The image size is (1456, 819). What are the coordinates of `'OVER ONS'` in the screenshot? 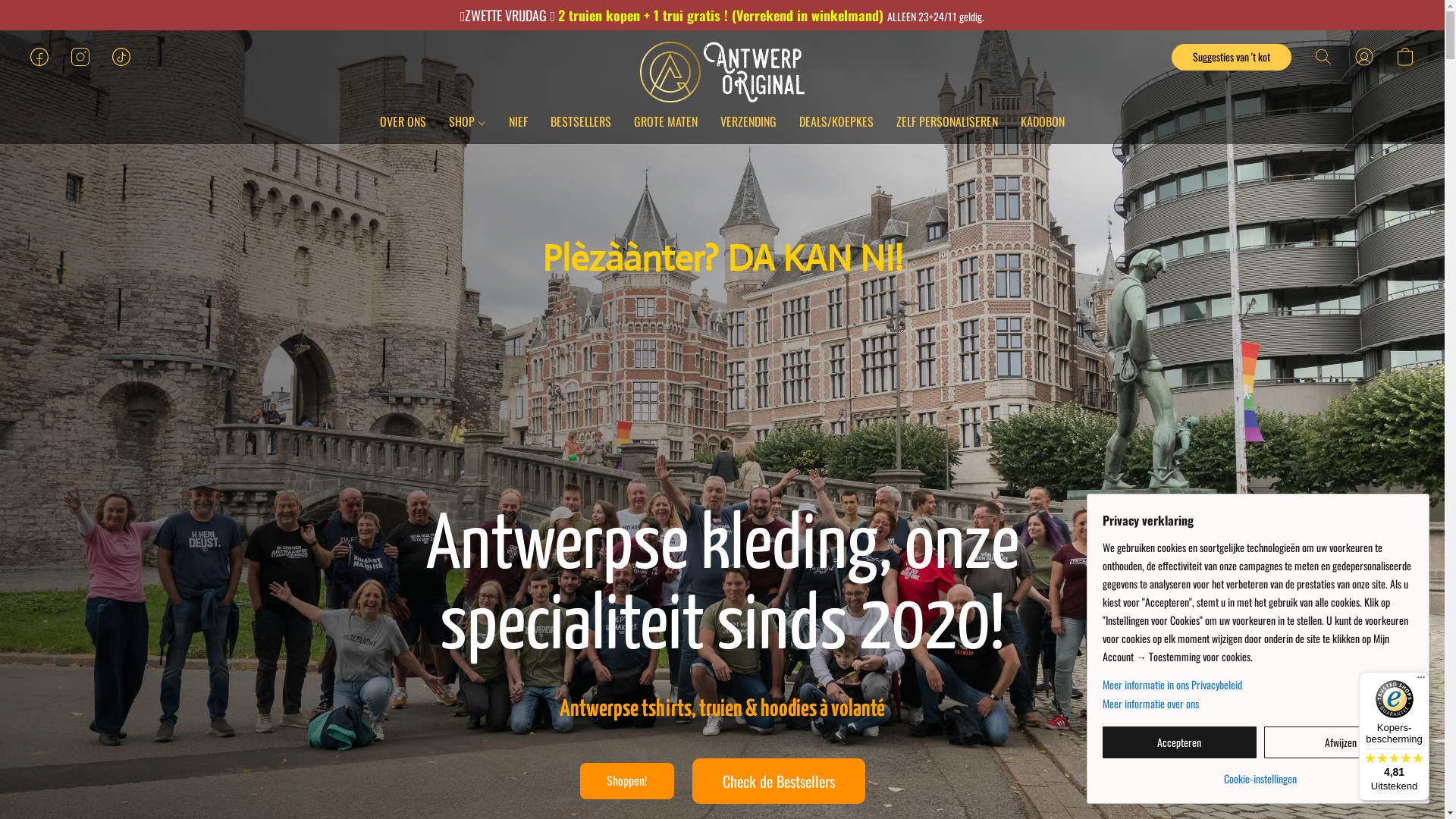 It's located at (408, 120).